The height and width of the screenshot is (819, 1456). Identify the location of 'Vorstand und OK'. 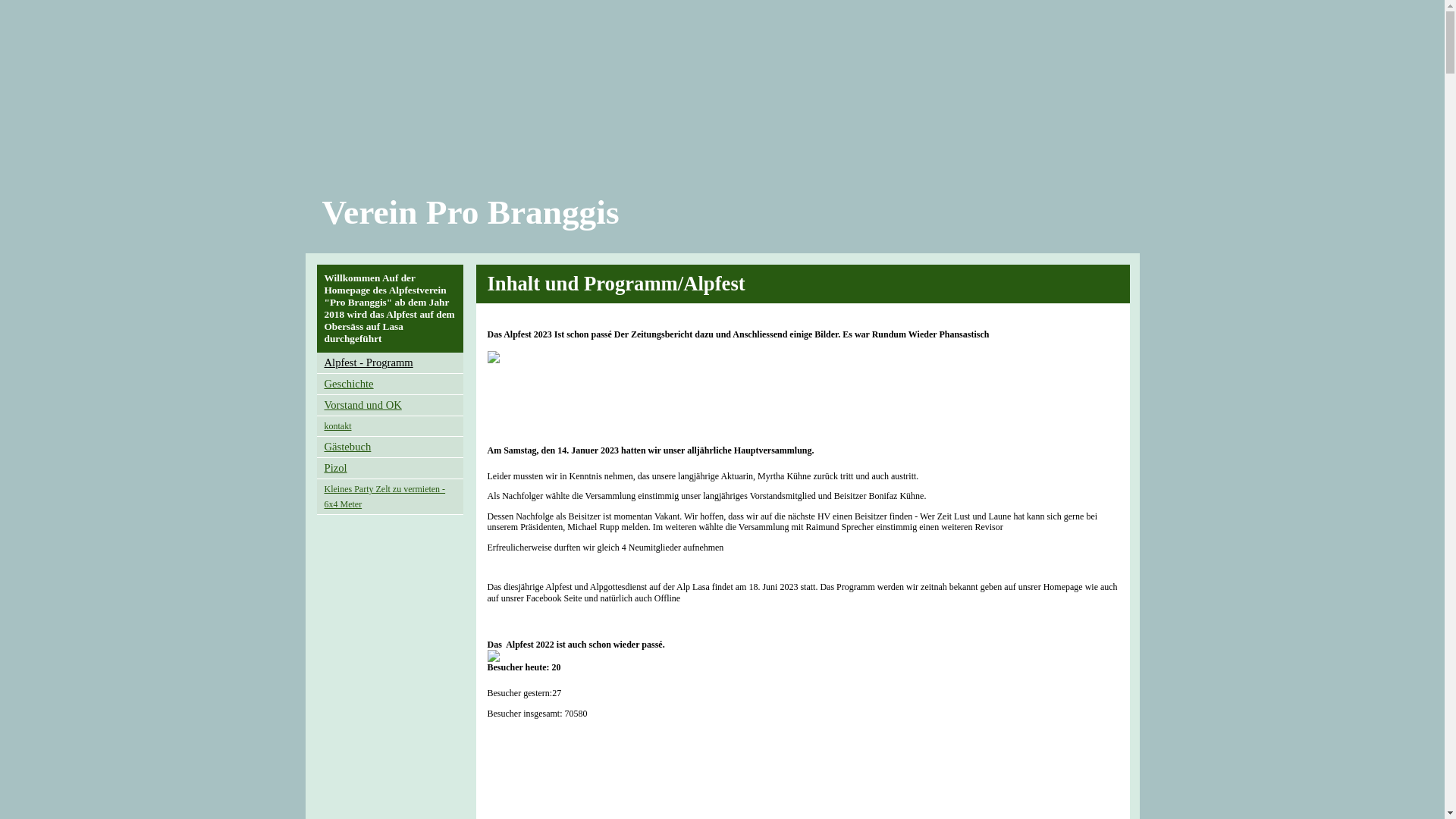
(362, 405).